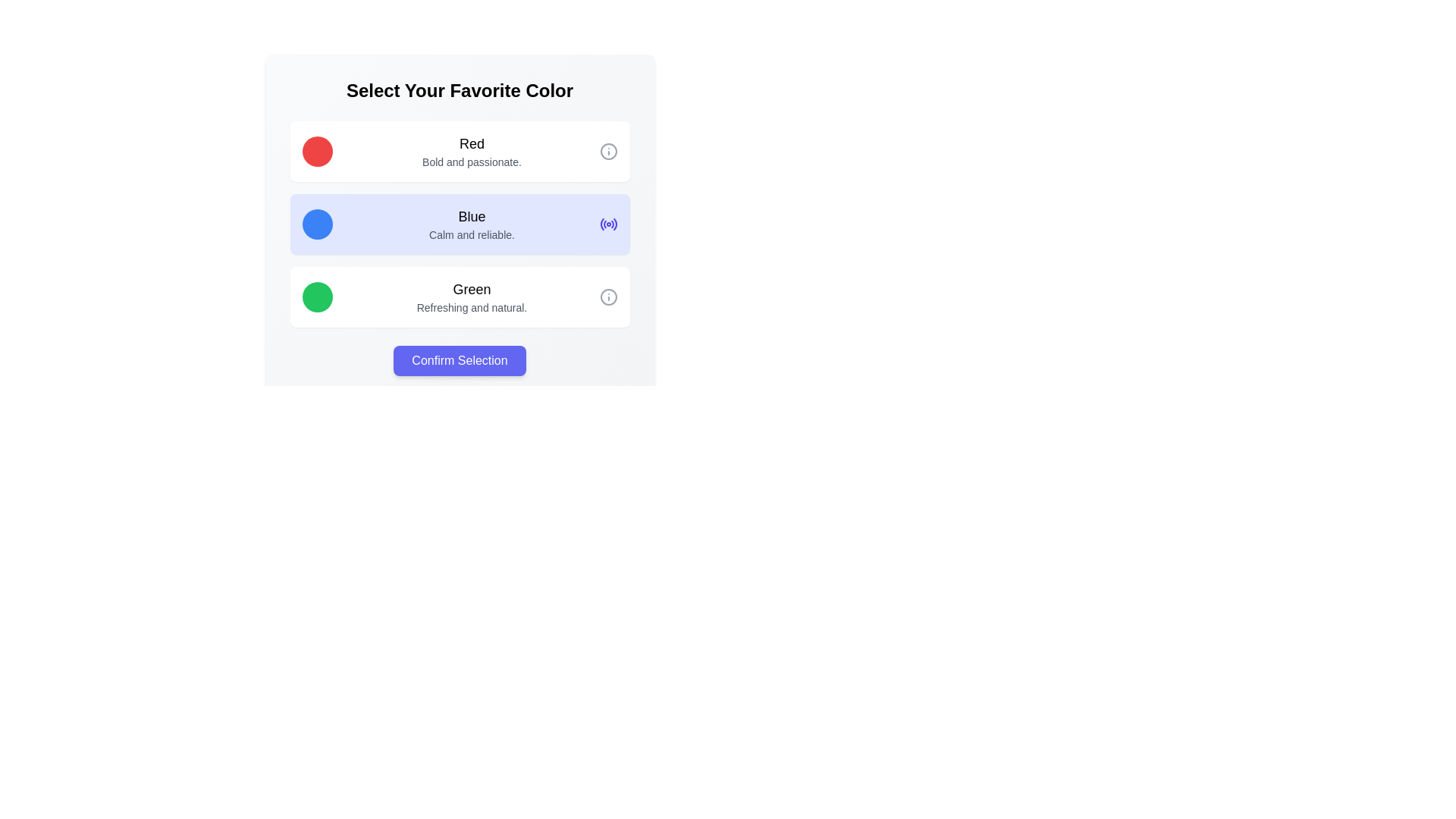 This screenshot has height=819, width=1456. Describe the element at coordinates (459, 297) in the screenshot. I see `the selectable list item for the color green, which is the third option in the vertical list of color choices` at that location.